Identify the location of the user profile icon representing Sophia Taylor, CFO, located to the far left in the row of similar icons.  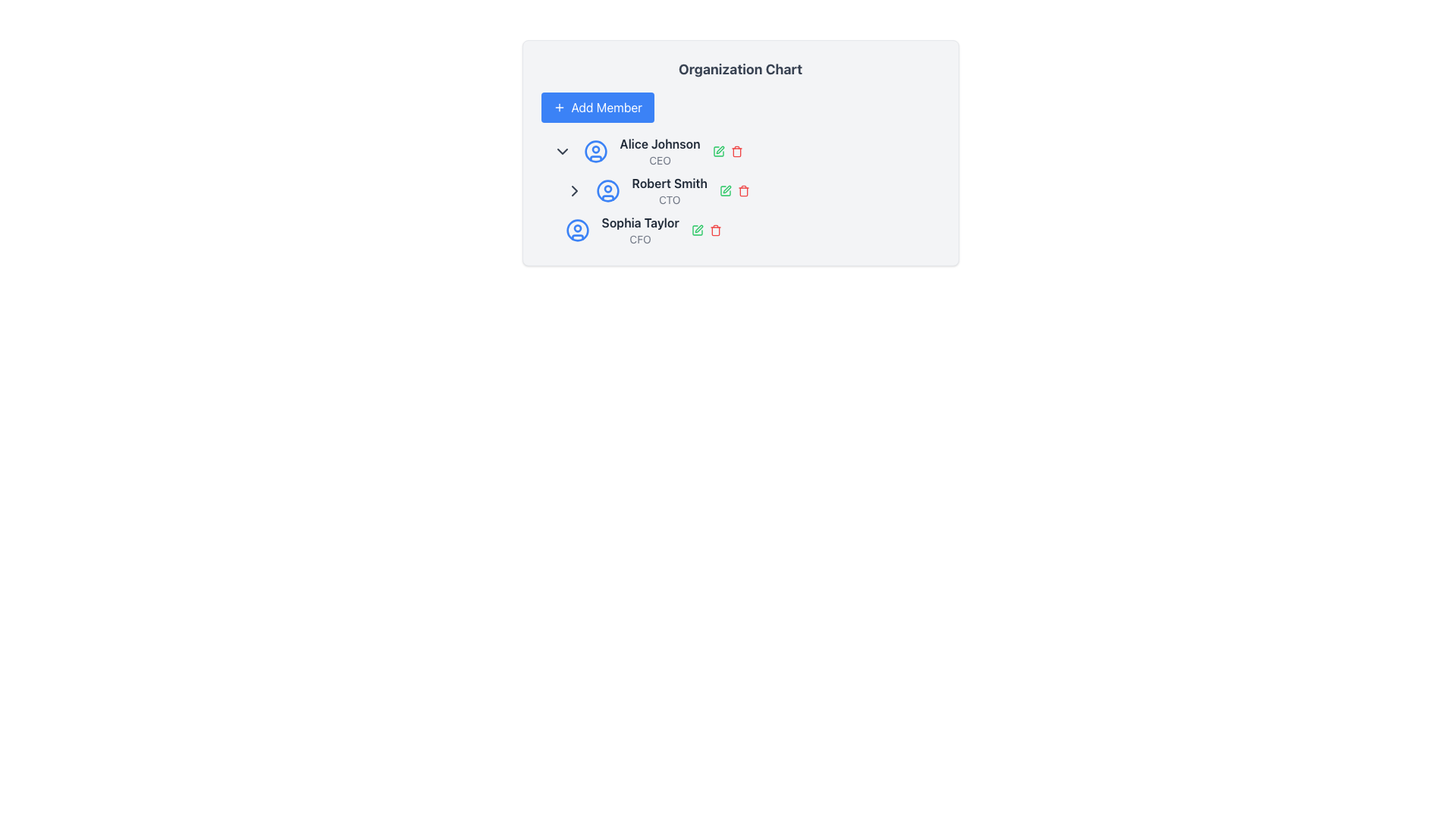
(576, 231).